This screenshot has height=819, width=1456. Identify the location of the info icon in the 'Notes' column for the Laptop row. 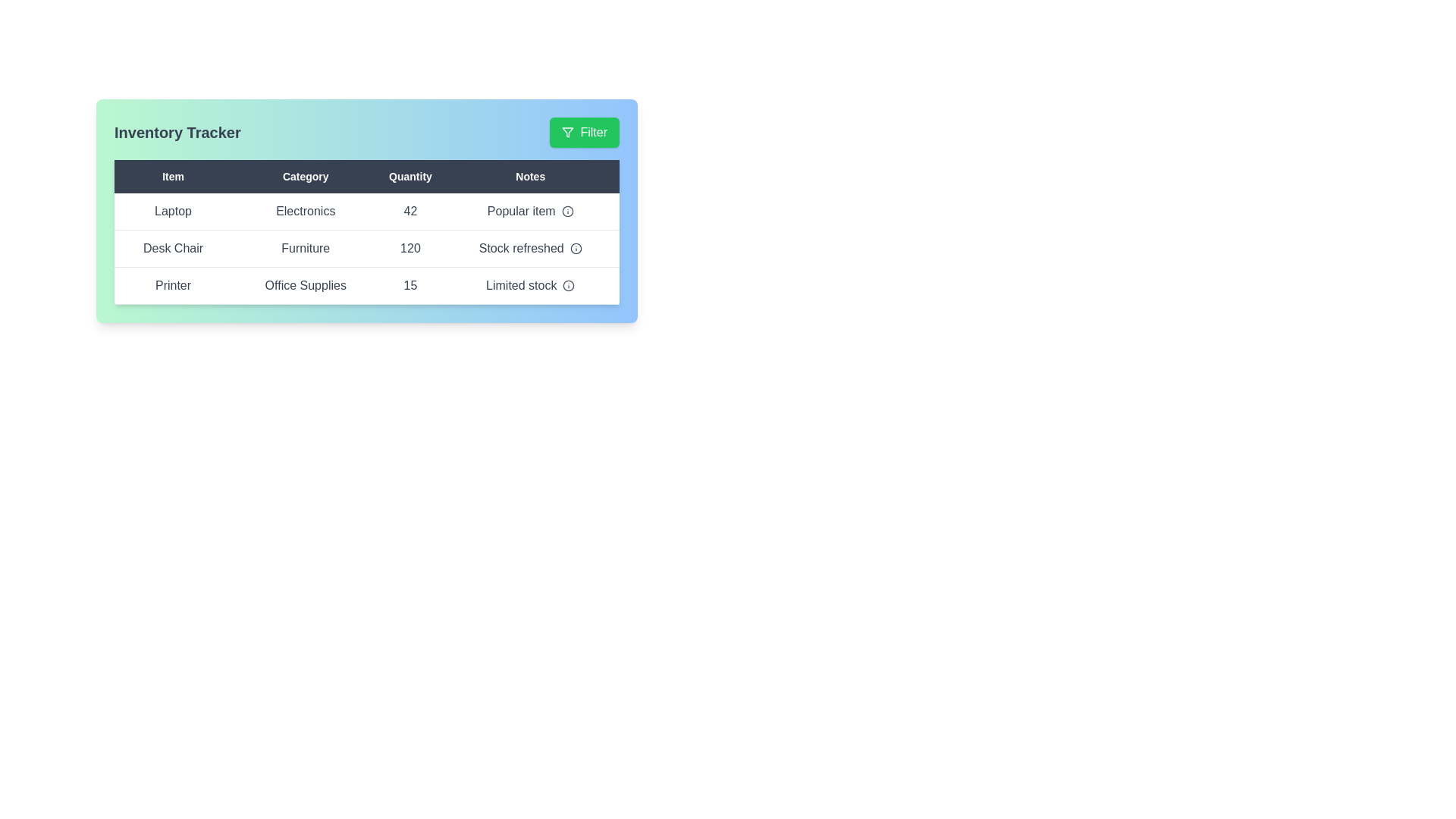
(566, 211).